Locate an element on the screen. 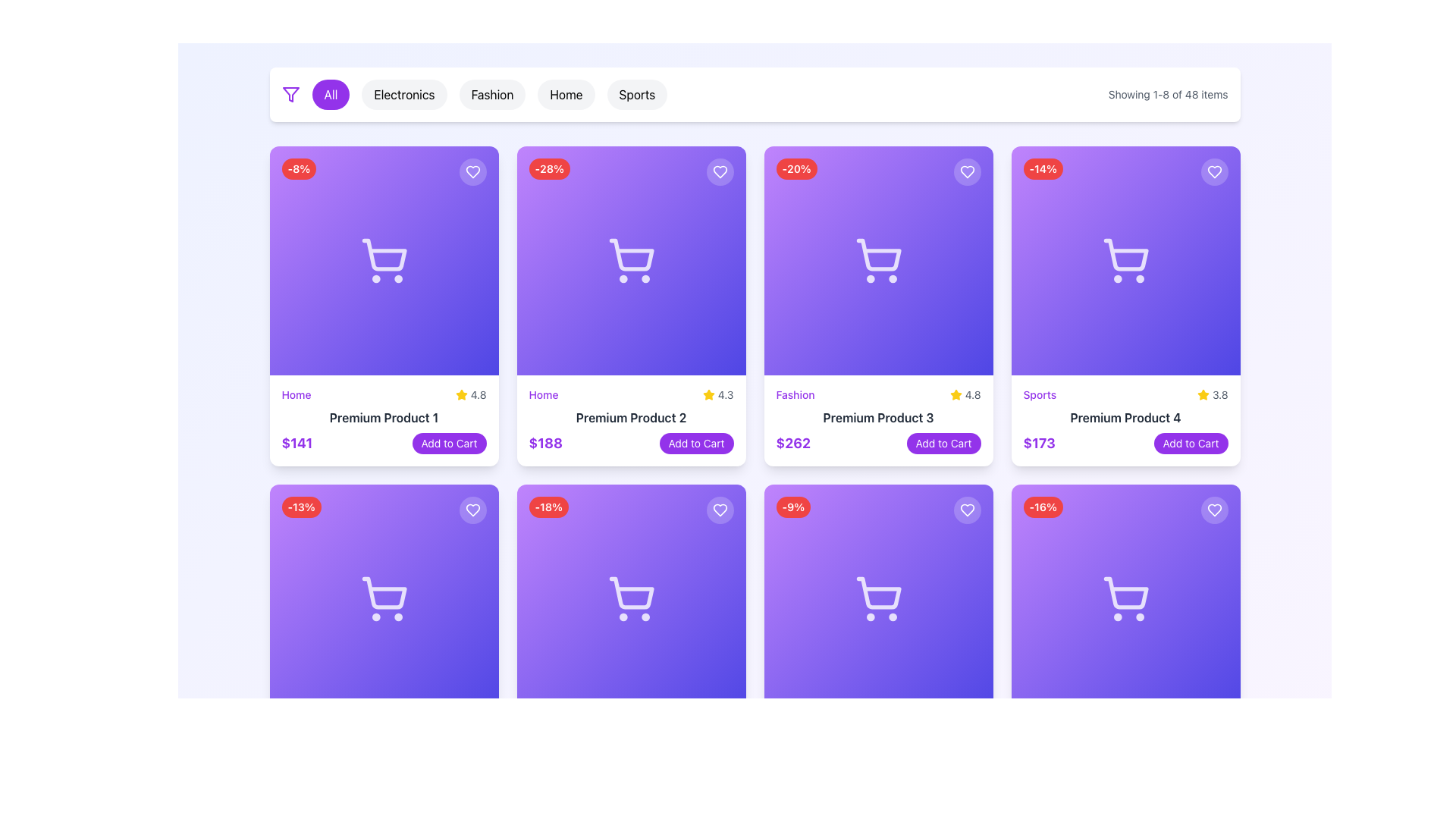  the second button from the left in the horizontal row of category filter buttons to filter products by 'Electronics' is located at coordinates (404, 94).